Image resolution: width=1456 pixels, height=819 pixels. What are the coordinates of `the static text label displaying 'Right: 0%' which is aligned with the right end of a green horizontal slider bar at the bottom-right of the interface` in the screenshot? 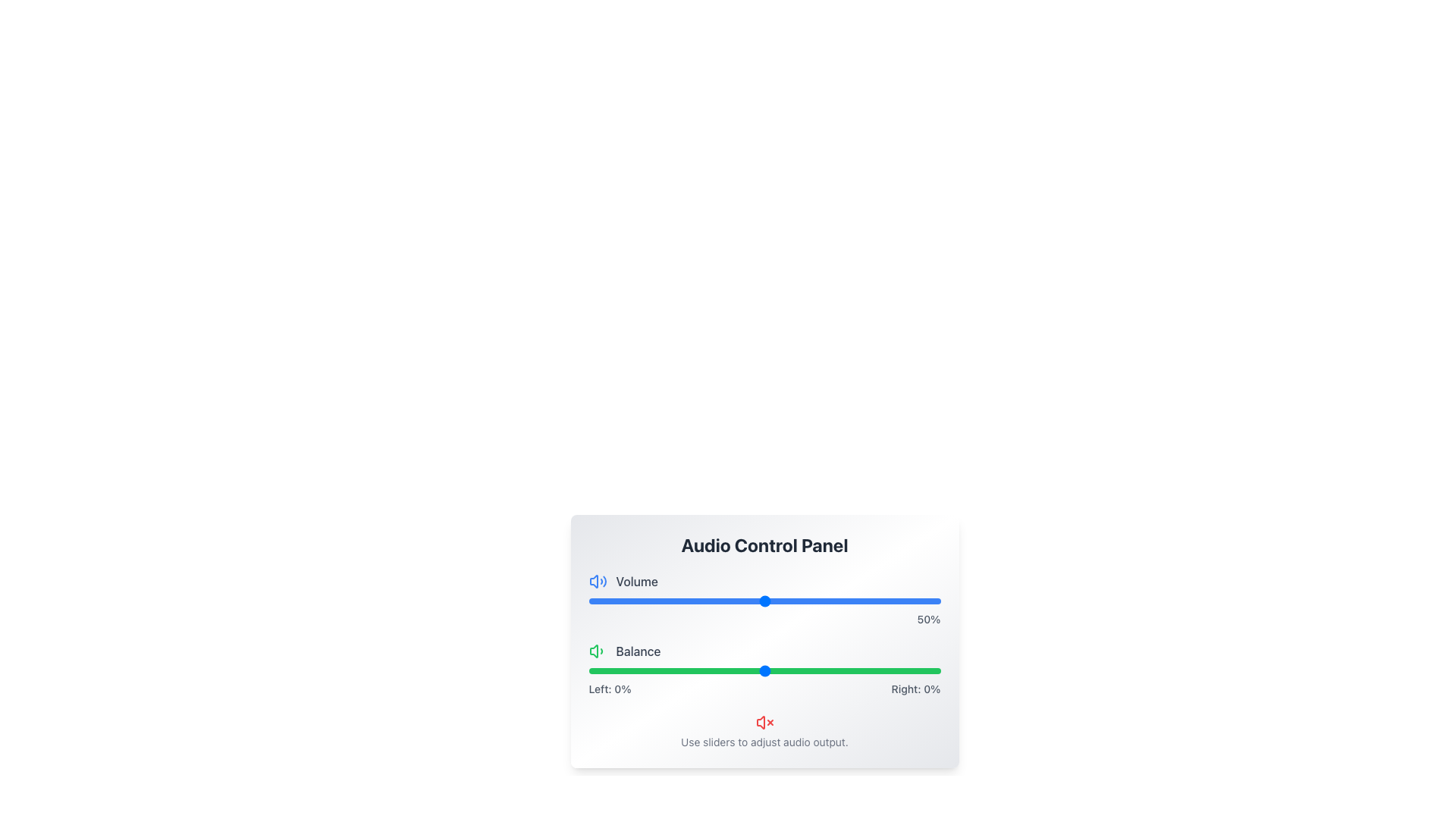 It's located at (915, 689).